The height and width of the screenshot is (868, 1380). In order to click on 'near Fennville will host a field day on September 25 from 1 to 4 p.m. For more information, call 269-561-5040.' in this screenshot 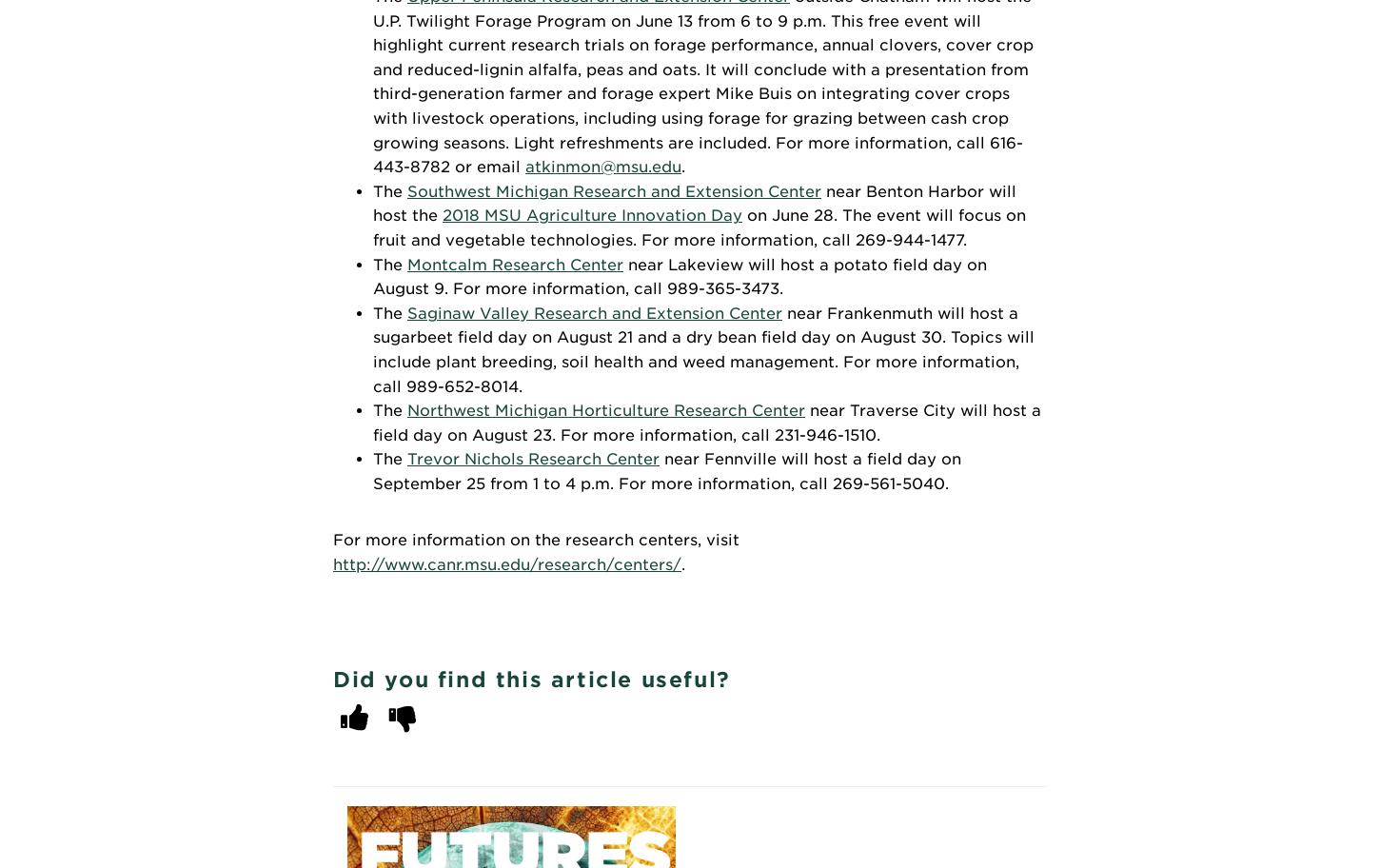, I will do `click(665, 470)`.